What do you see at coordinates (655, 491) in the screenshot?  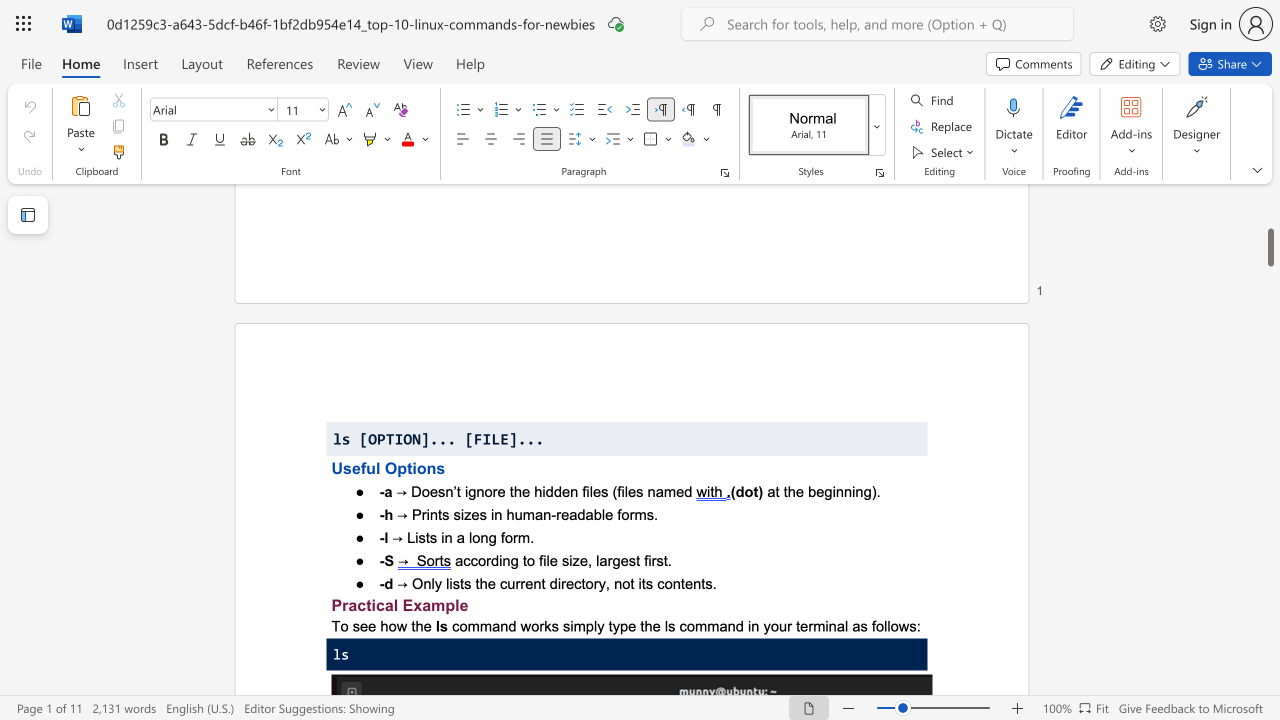 I see `the subset text "ame" within the text "ignore the hidden files (files named"` at bounding box center [655, 491].